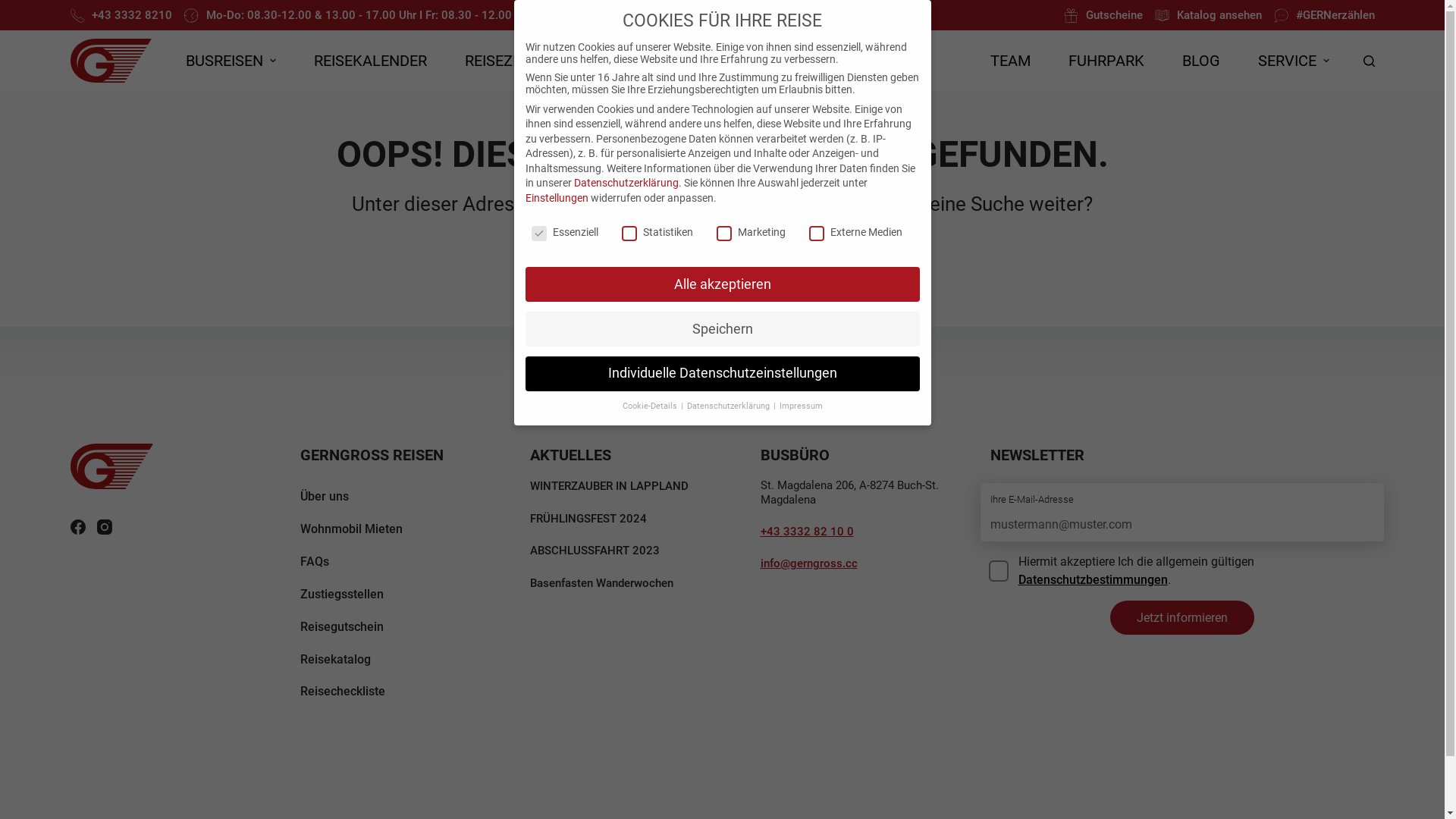 Image resolution: width=1456 pixels, height=819 pixels. I want to click on 'info@gerngross.cc', so click(807, 563).